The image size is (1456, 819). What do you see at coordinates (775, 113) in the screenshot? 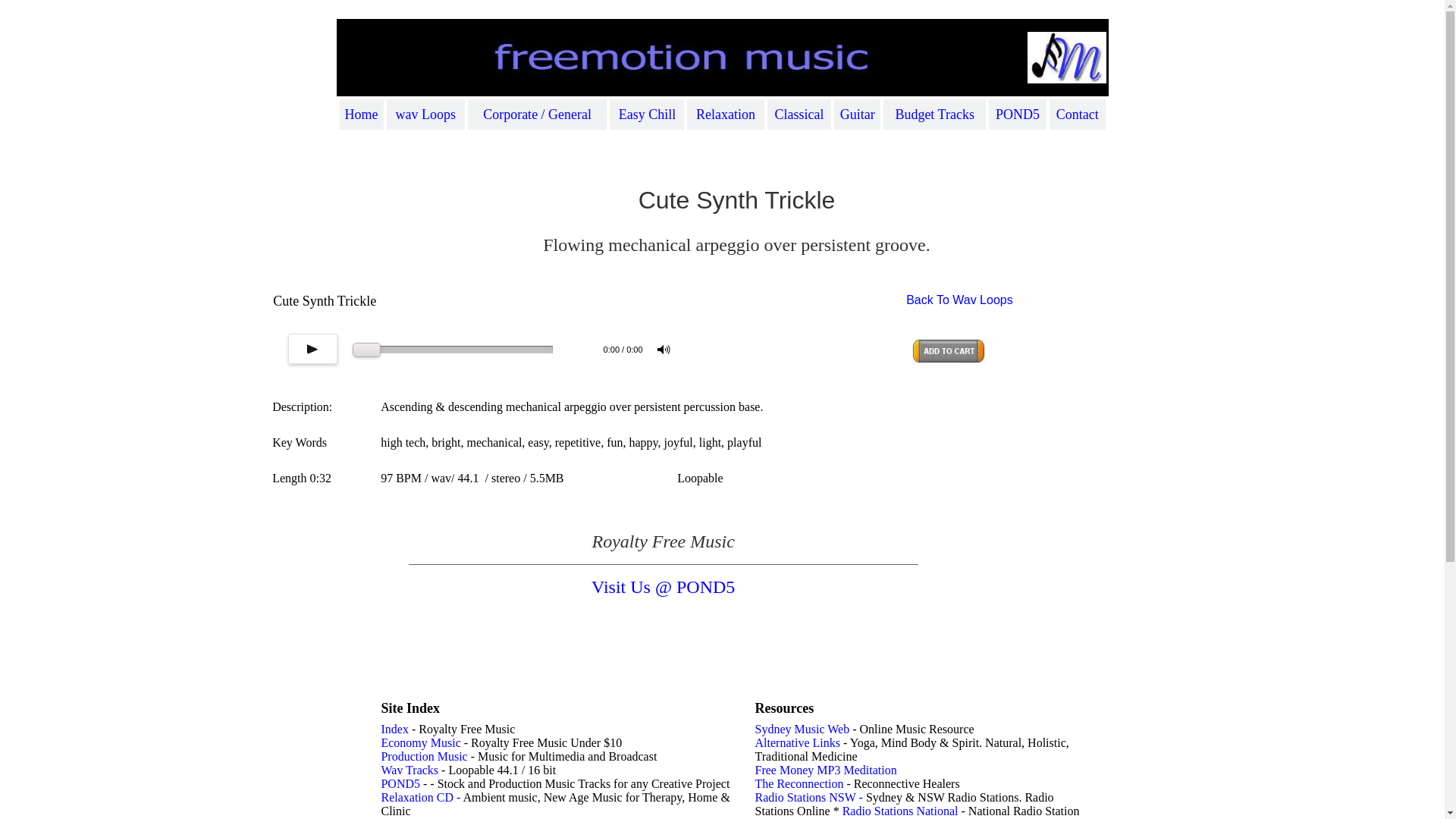
I see `'Classical'` at bounding box center [775, 113].